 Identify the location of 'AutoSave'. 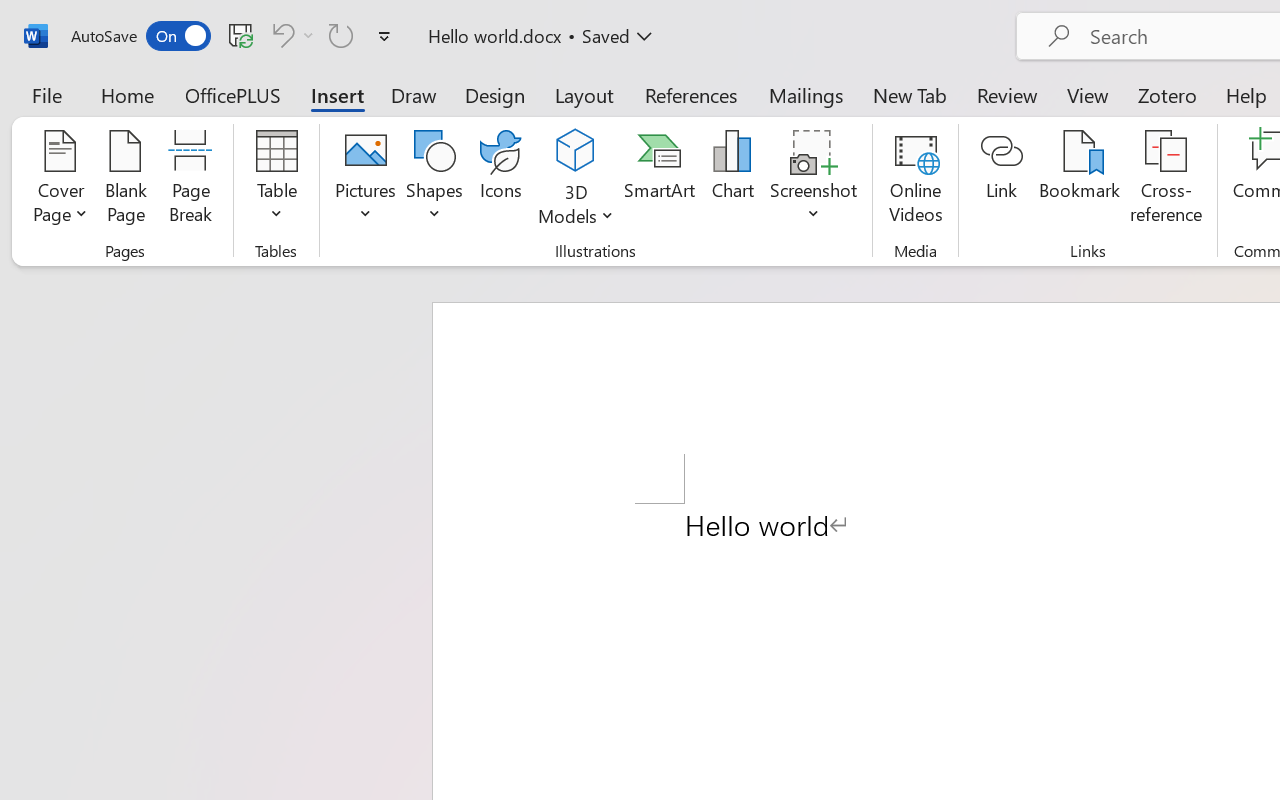
(139, 35).